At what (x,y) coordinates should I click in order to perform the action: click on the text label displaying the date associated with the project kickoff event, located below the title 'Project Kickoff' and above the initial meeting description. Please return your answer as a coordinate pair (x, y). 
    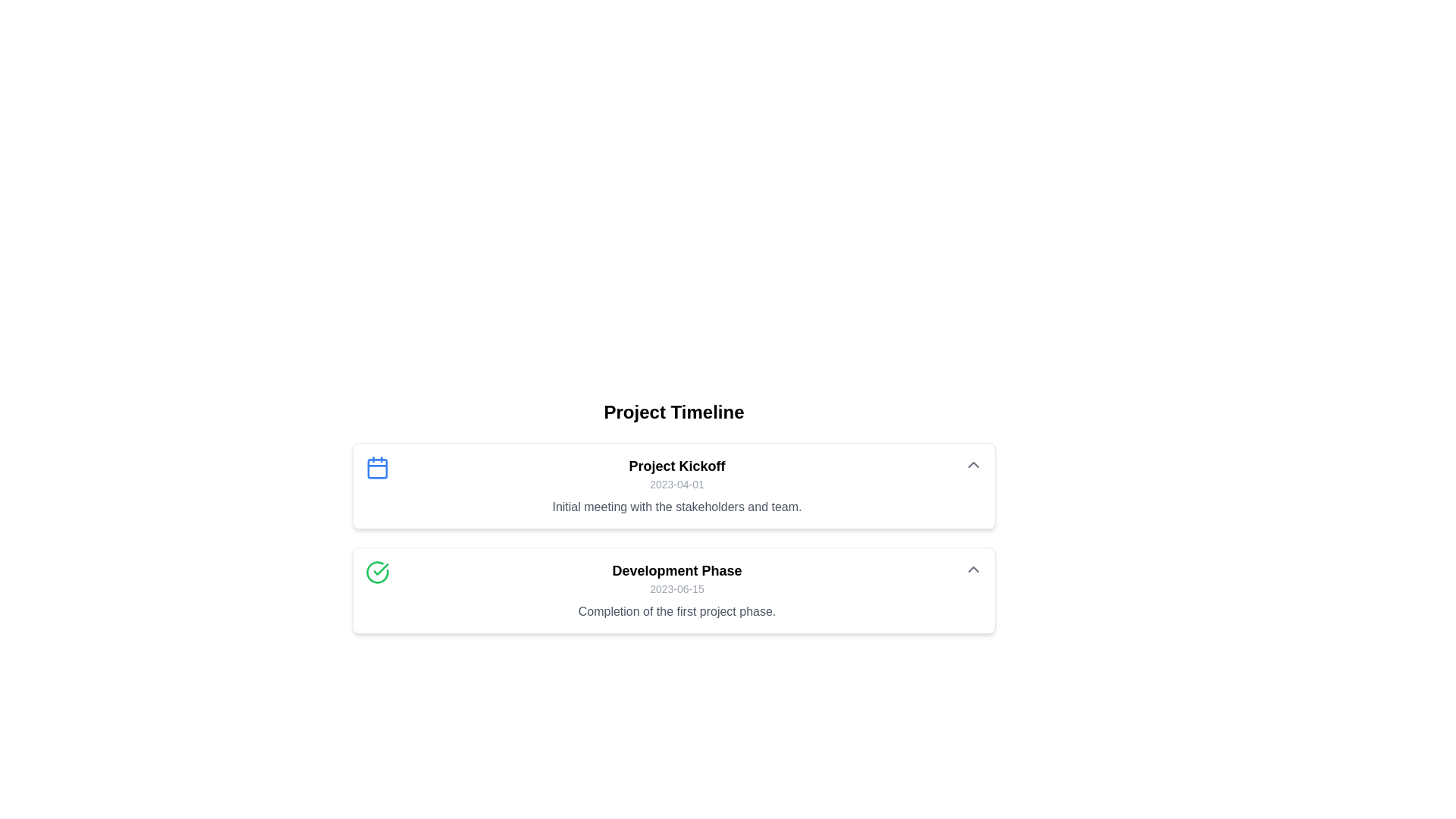
    Looking at the image, I should click on (676, 485).